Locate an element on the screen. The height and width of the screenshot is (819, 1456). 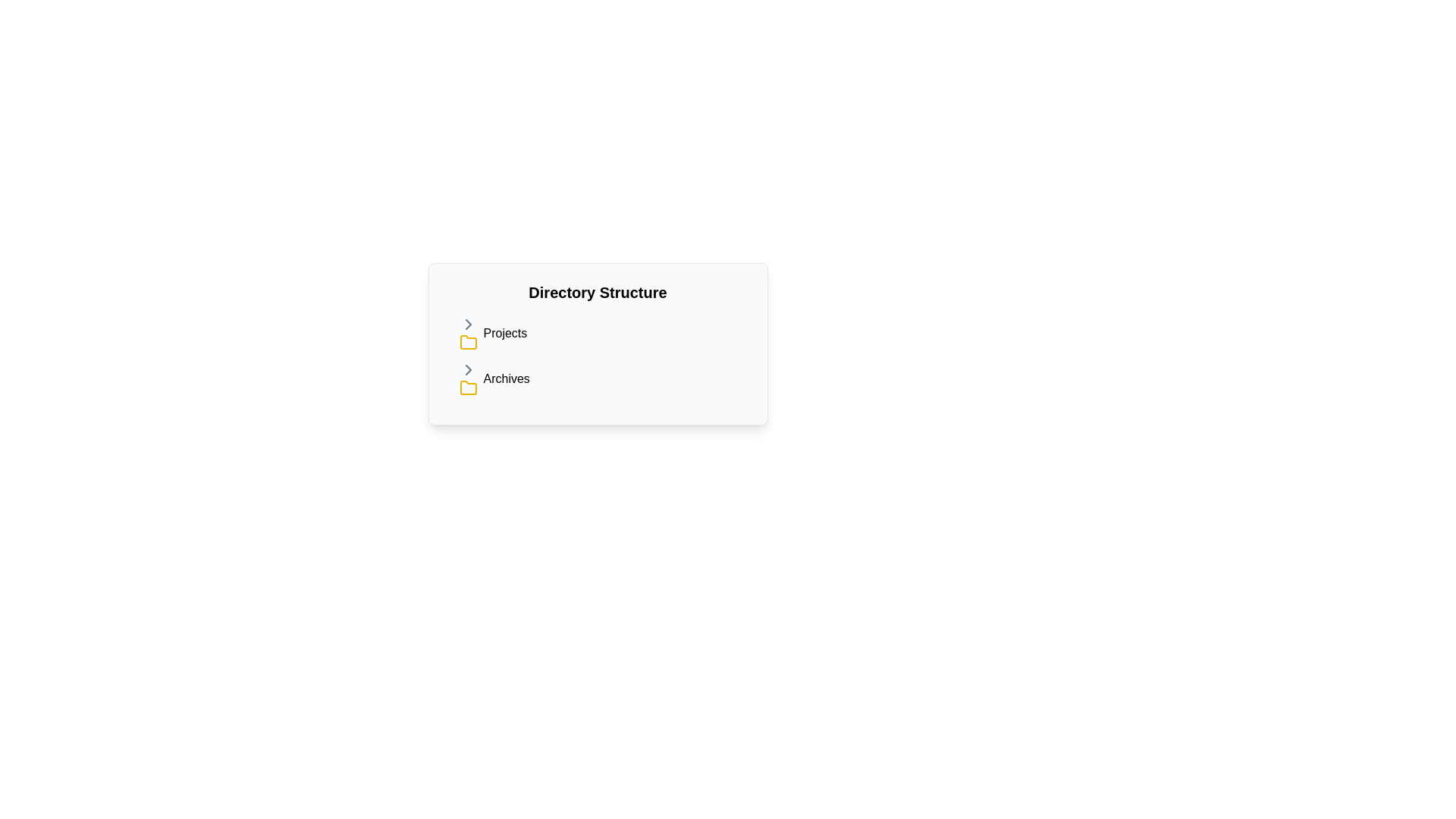
the 'Projects' text label which indicates the name of the folder next to the yellow folder icon is located at coordinates (505, 332).